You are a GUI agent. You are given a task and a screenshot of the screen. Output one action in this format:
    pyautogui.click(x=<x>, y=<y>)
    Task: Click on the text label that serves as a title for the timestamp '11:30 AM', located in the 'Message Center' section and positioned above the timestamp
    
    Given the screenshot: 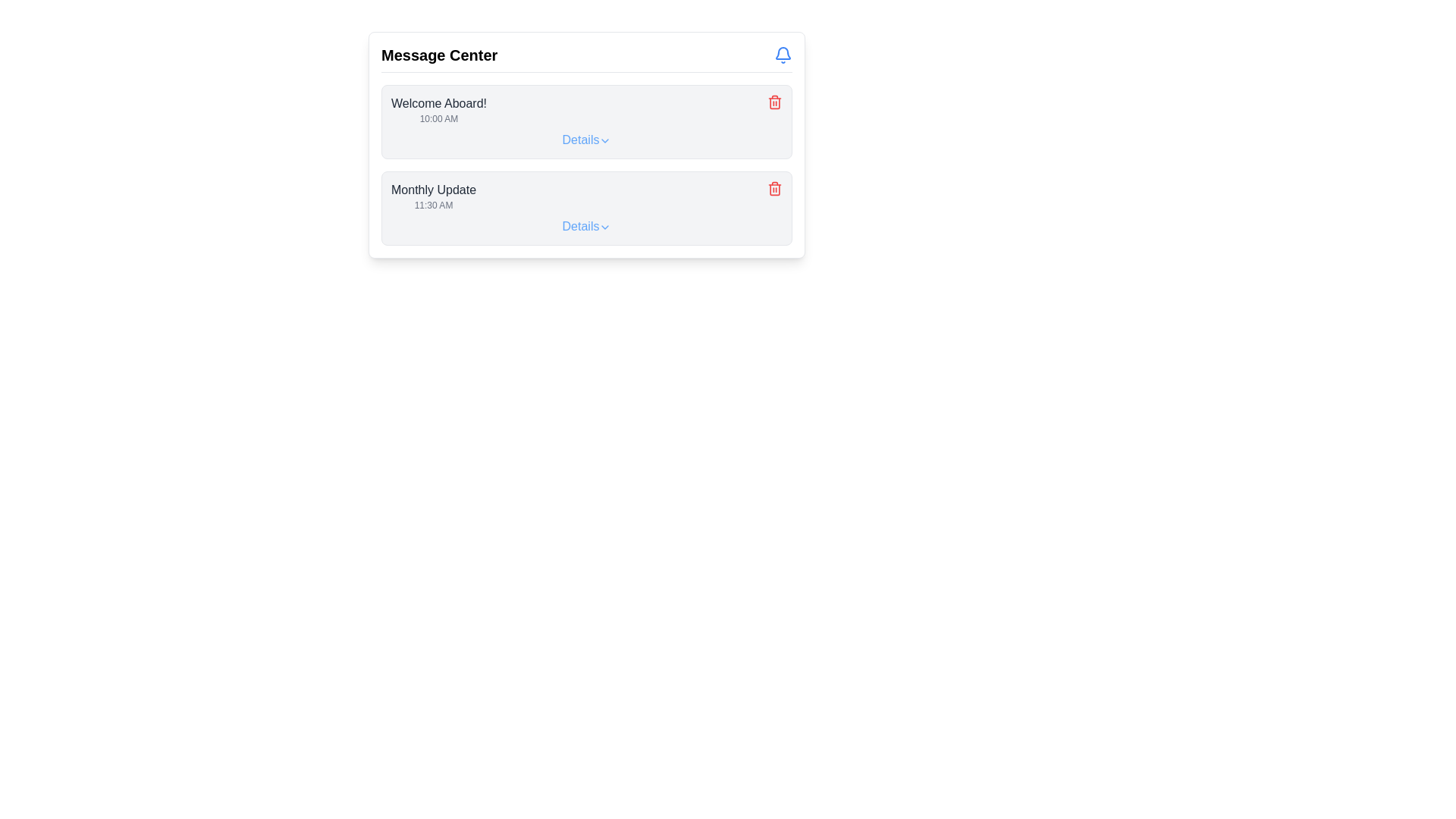 What is the action you would take?
    pyautogui.click(x=432, y=189)
    